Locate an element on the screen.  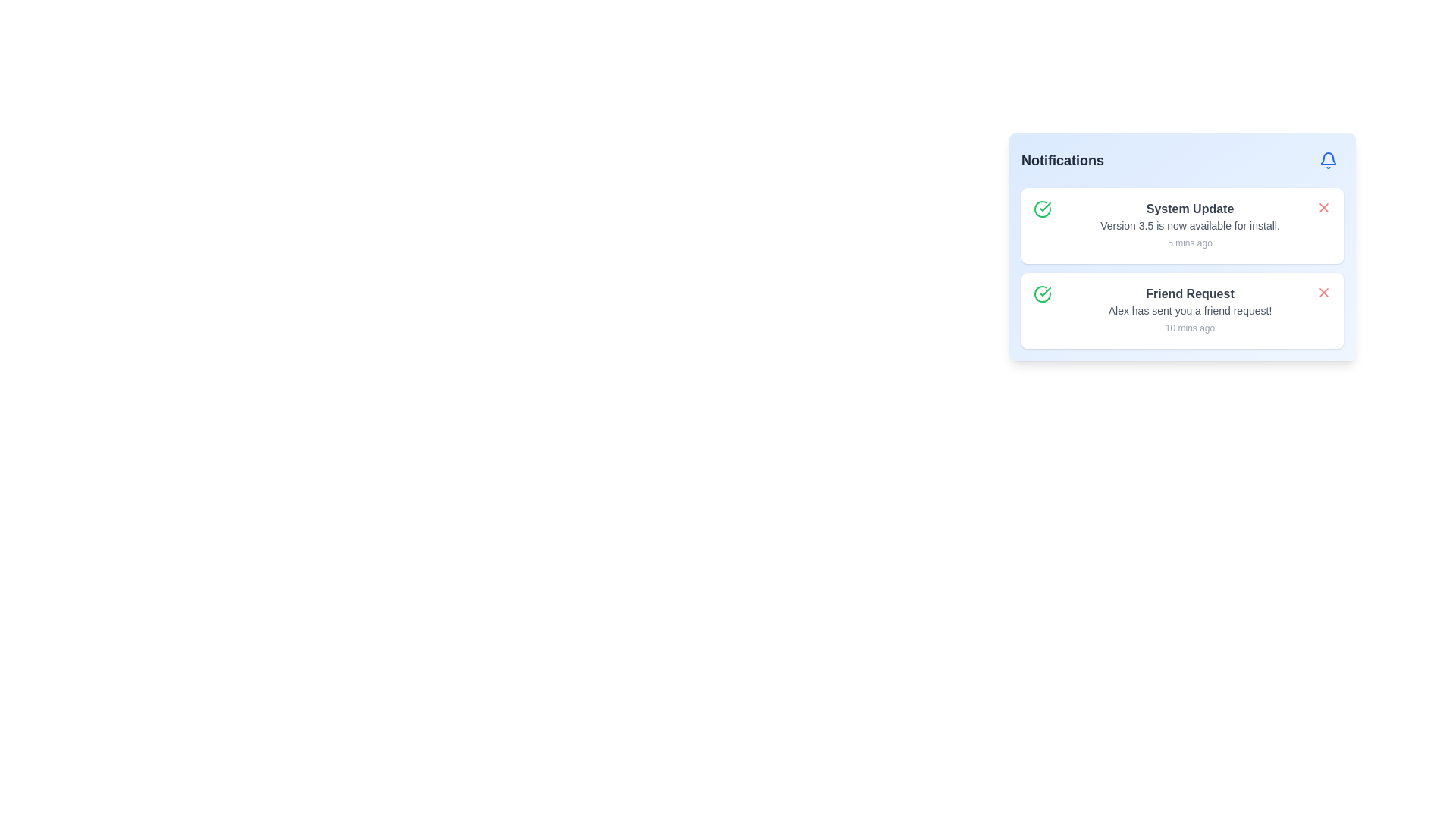
the static text label that indicates the time elapsed since the 'System Update' event, which is positioned below the descriptive text 'Version 3.5 is now available for install.' is located at coordinates (1189, 242).